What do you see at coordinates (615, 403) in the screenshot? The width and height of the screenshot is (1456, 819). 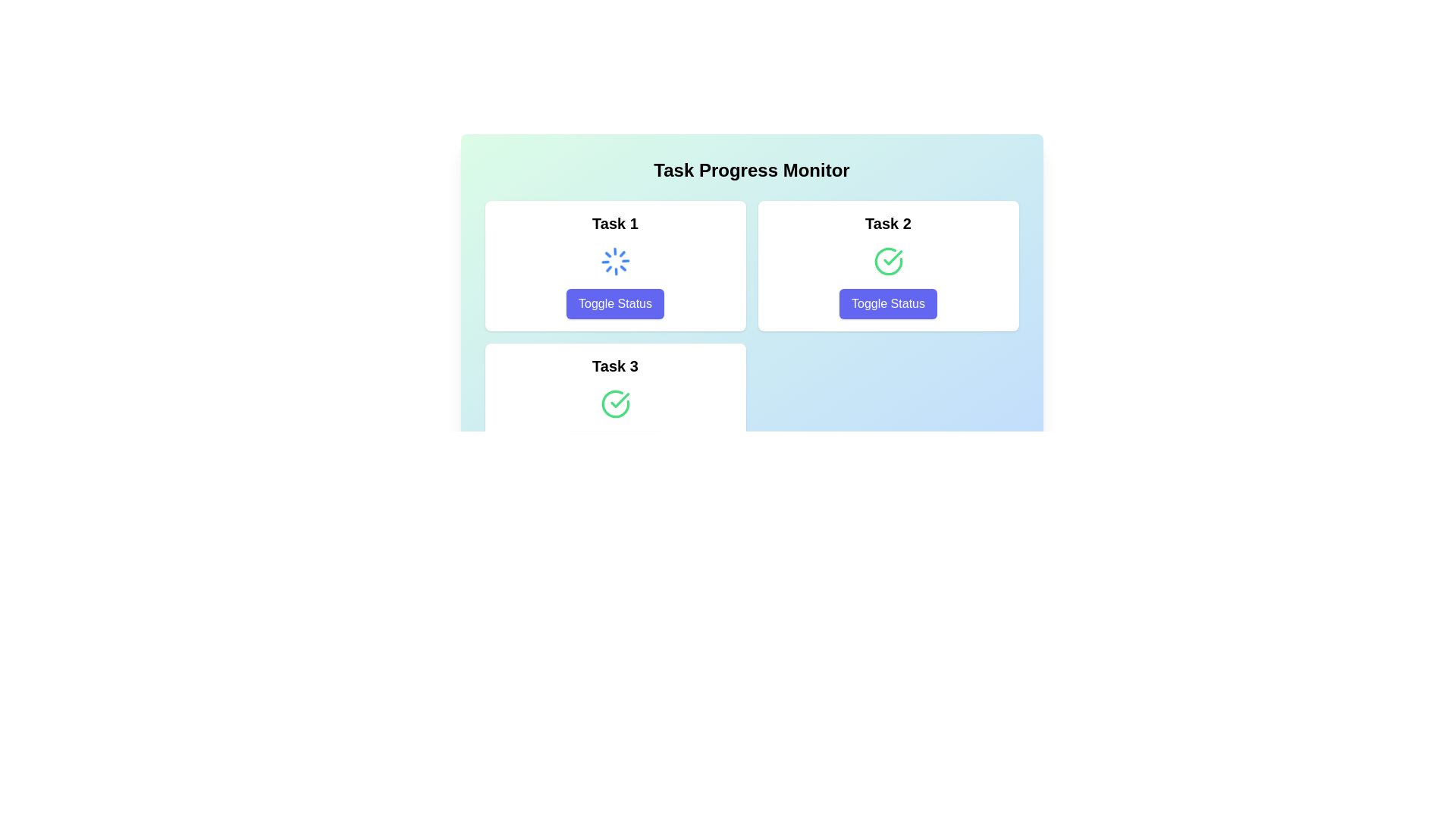 I see `the appearance of the green circular icon with a white checkmark in its center located within the 'Task 3' card, above the 'Toggle Status' button` at bounding box center [615, 403].